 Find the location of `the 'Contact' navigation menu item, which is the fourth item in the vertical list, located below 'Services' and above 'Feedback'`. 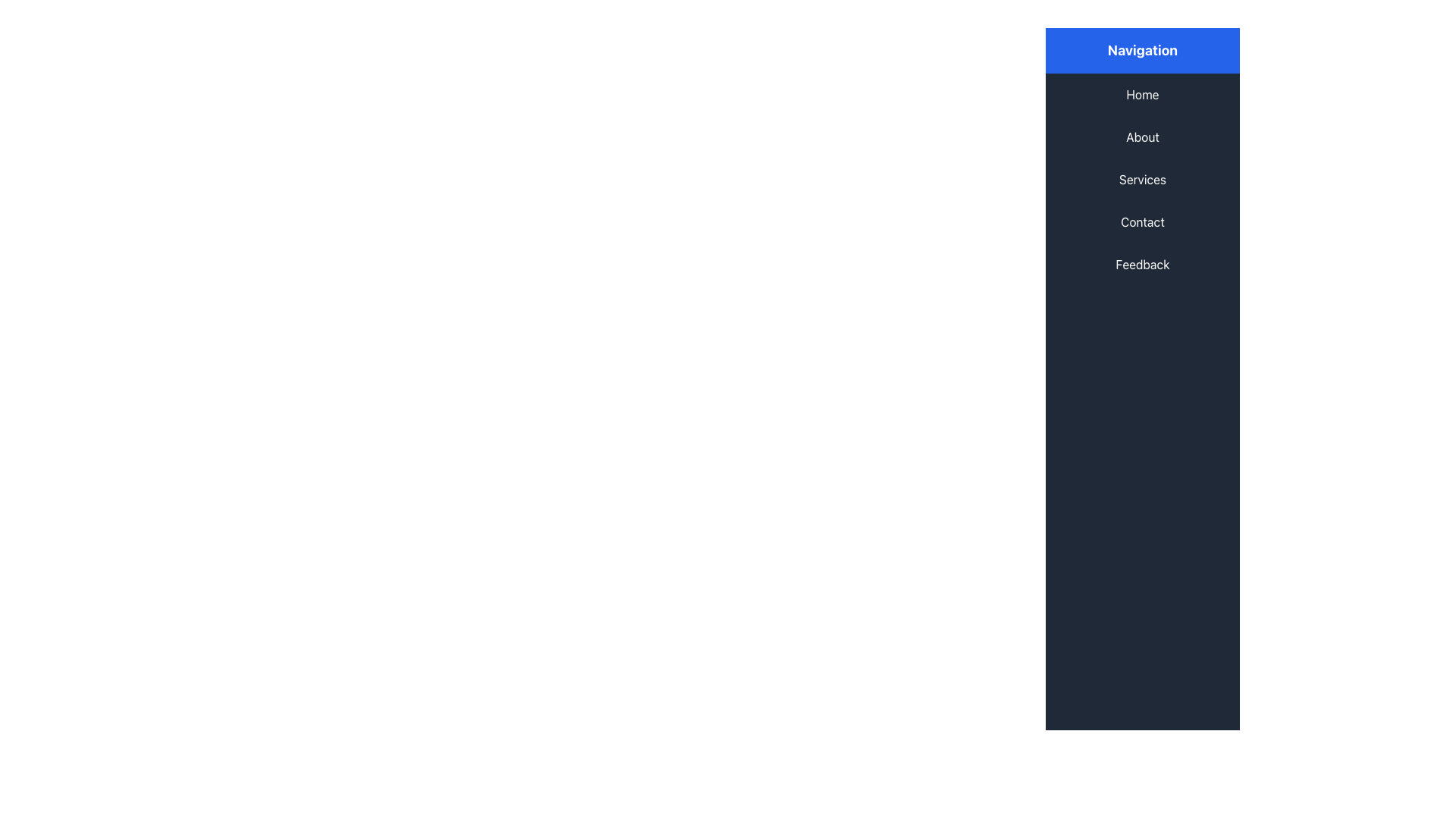

the 'Contact' navigation menu item, which is the fourth item in the vertical list, located below 'Services' and above 'Feedback' is located at coordinates (1143, 222).